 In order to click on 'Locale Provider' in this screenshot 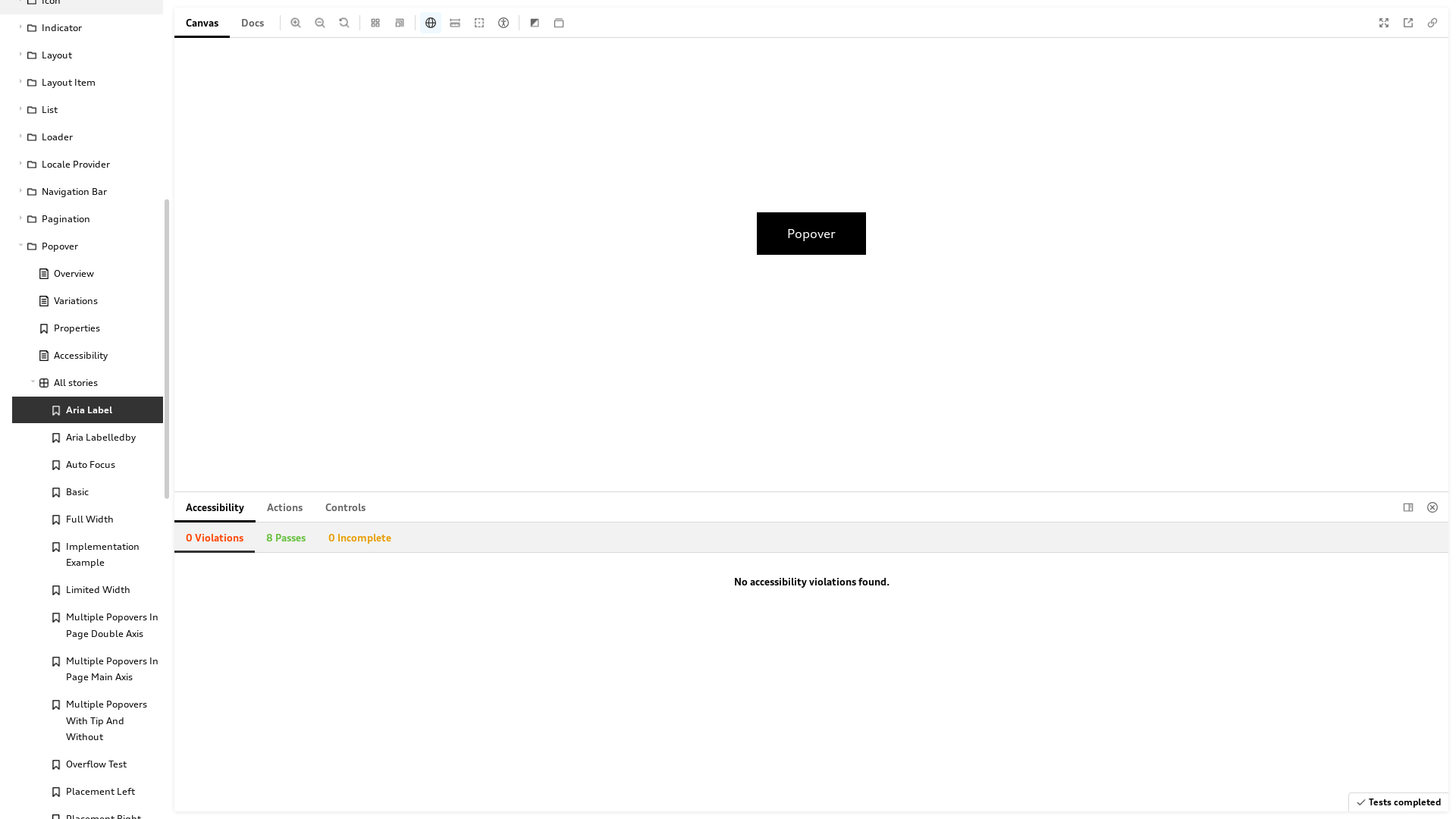, I will do `click(80, 164)`.